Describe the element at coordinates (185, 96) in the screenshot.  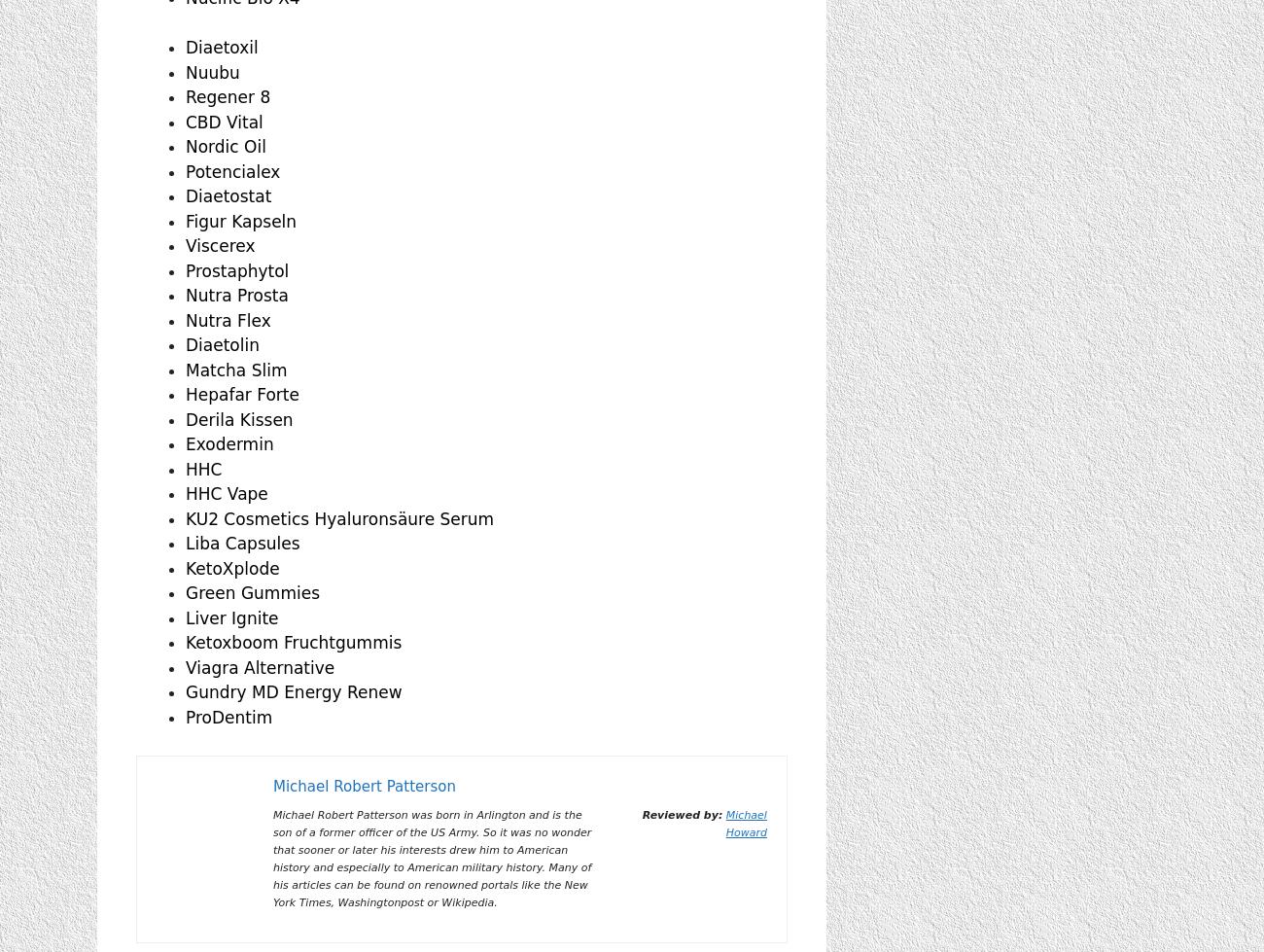
I see `'Regener 8'` at that location.